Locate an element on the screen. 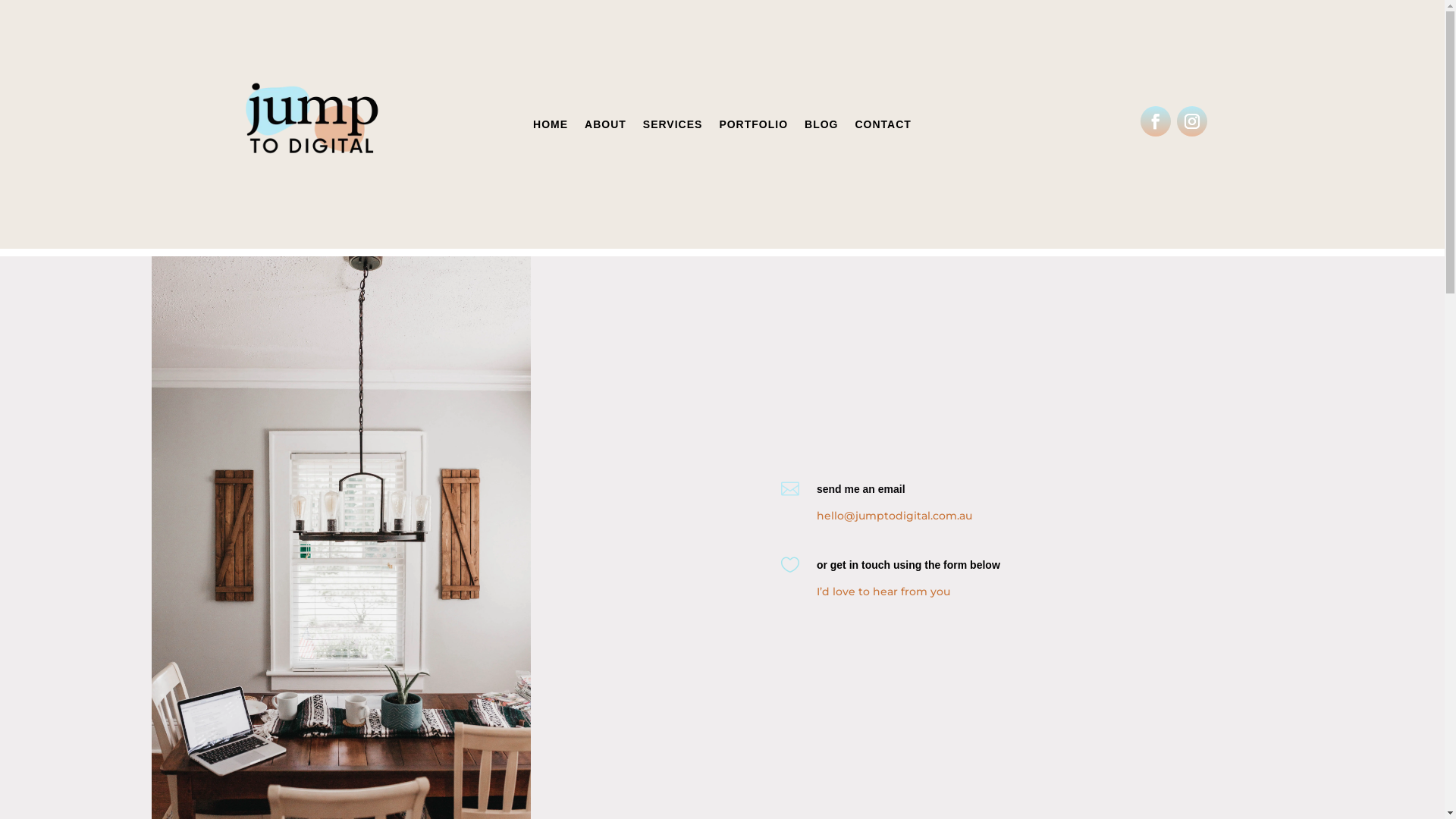 The image size is (1456, 819). 'HOME' is located at coordinates (532, 127).